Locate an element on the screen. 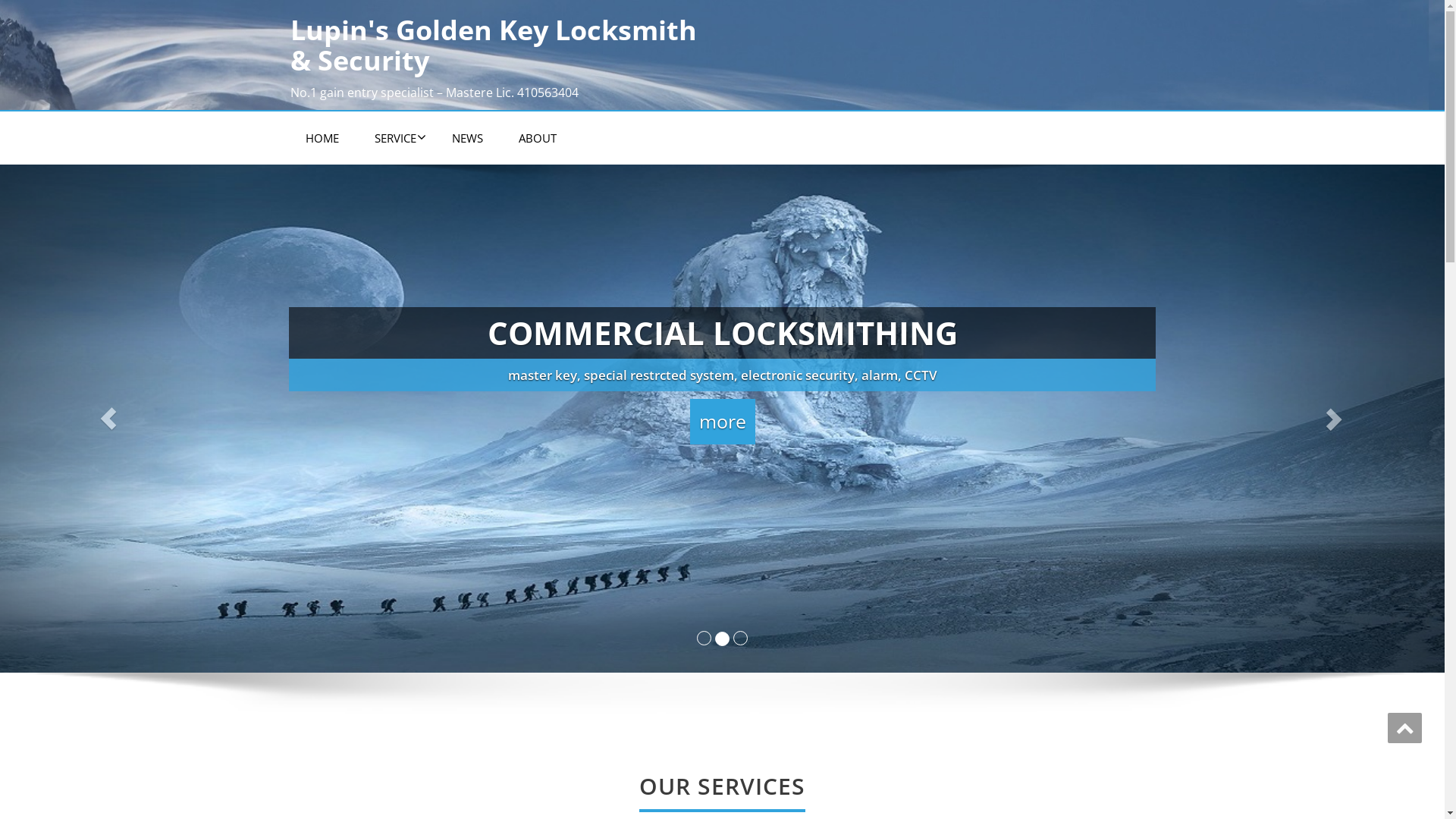 The width and height of the screenshot is (1456, 819). 'HOME' is located at coordinates (290, 137).